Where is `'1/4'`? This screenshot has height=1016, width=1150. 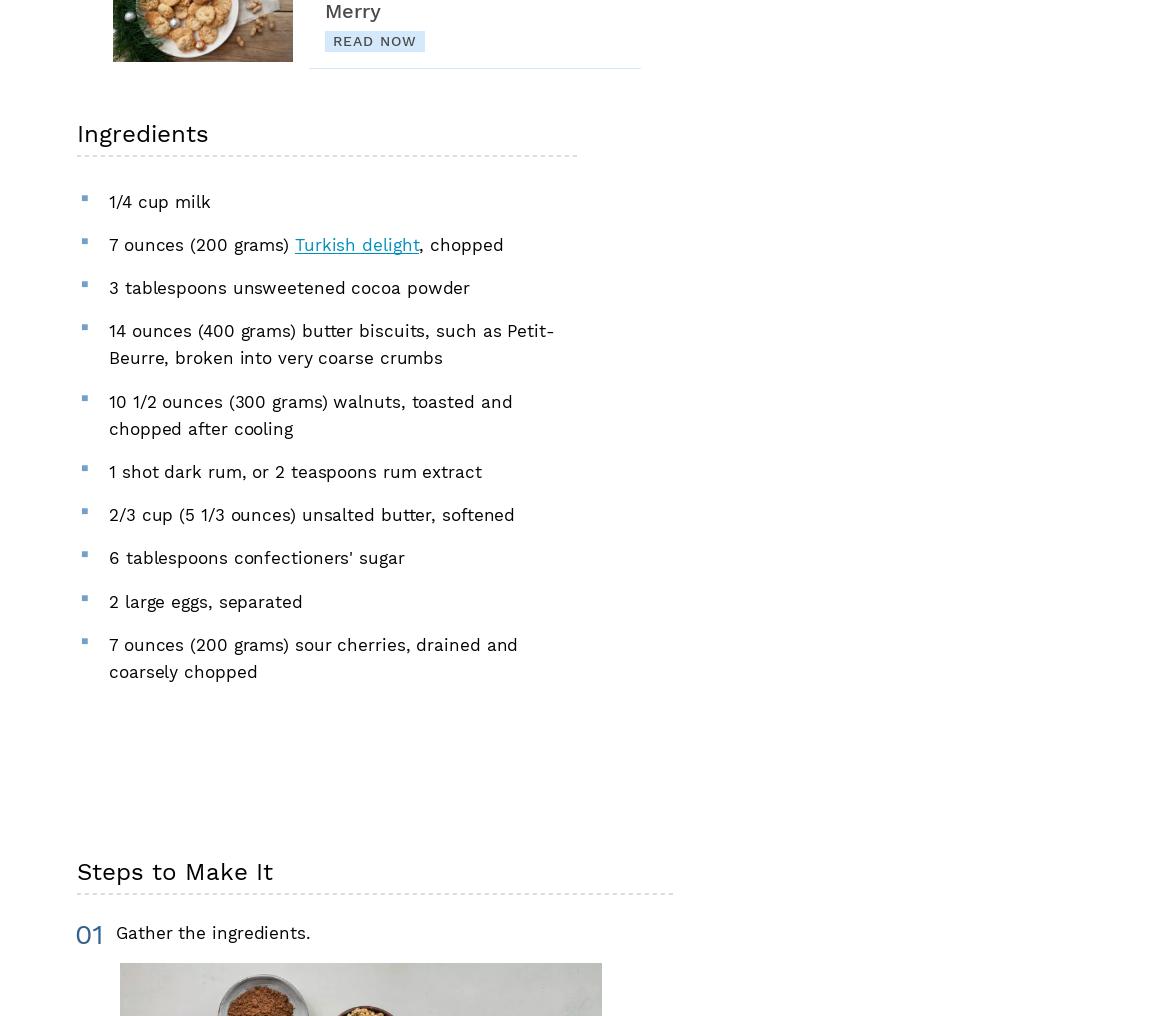 '1/4' is located at coordinates (108, 200).